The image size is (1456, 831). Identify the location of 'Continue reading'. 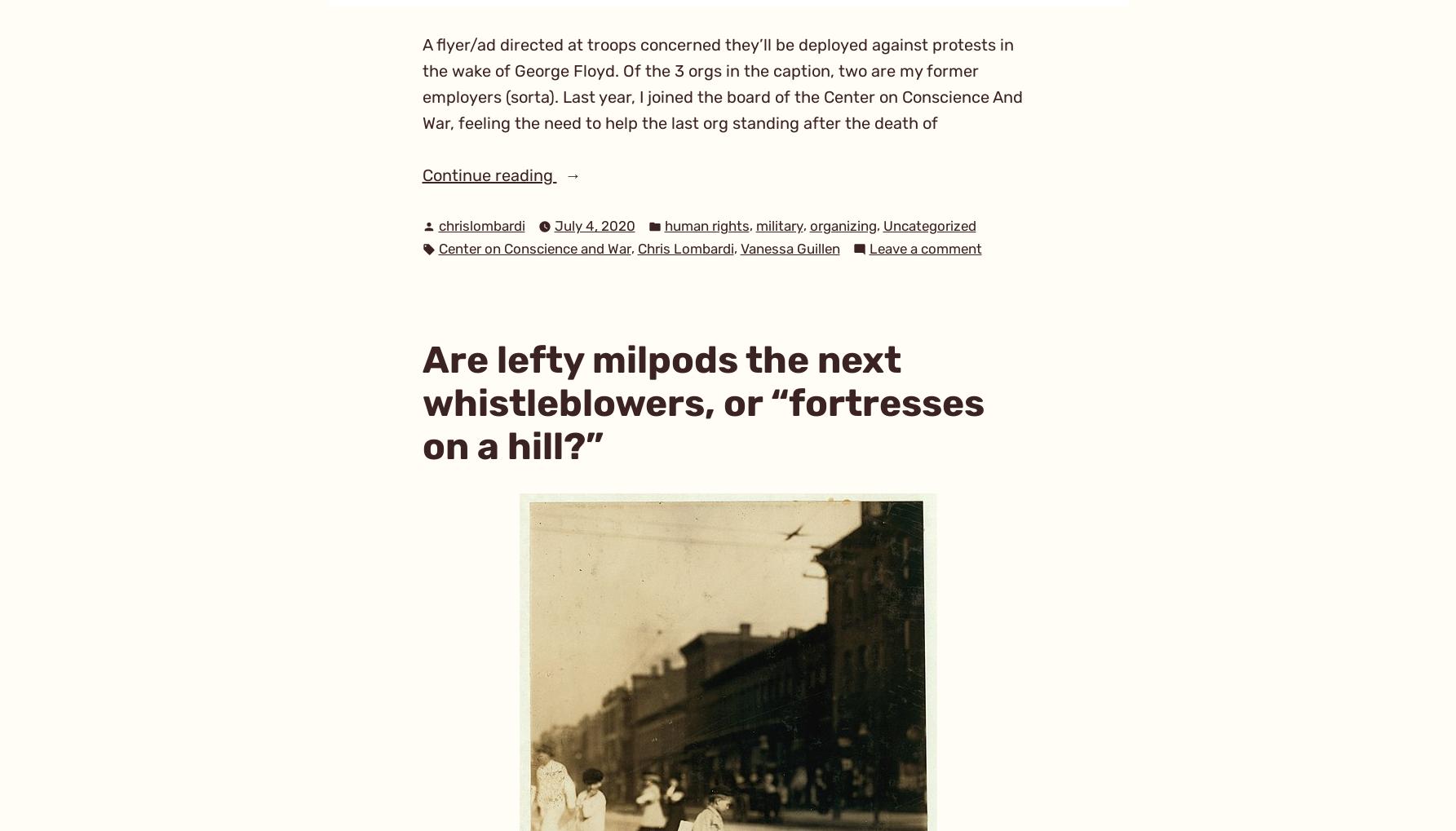
(421, 175).